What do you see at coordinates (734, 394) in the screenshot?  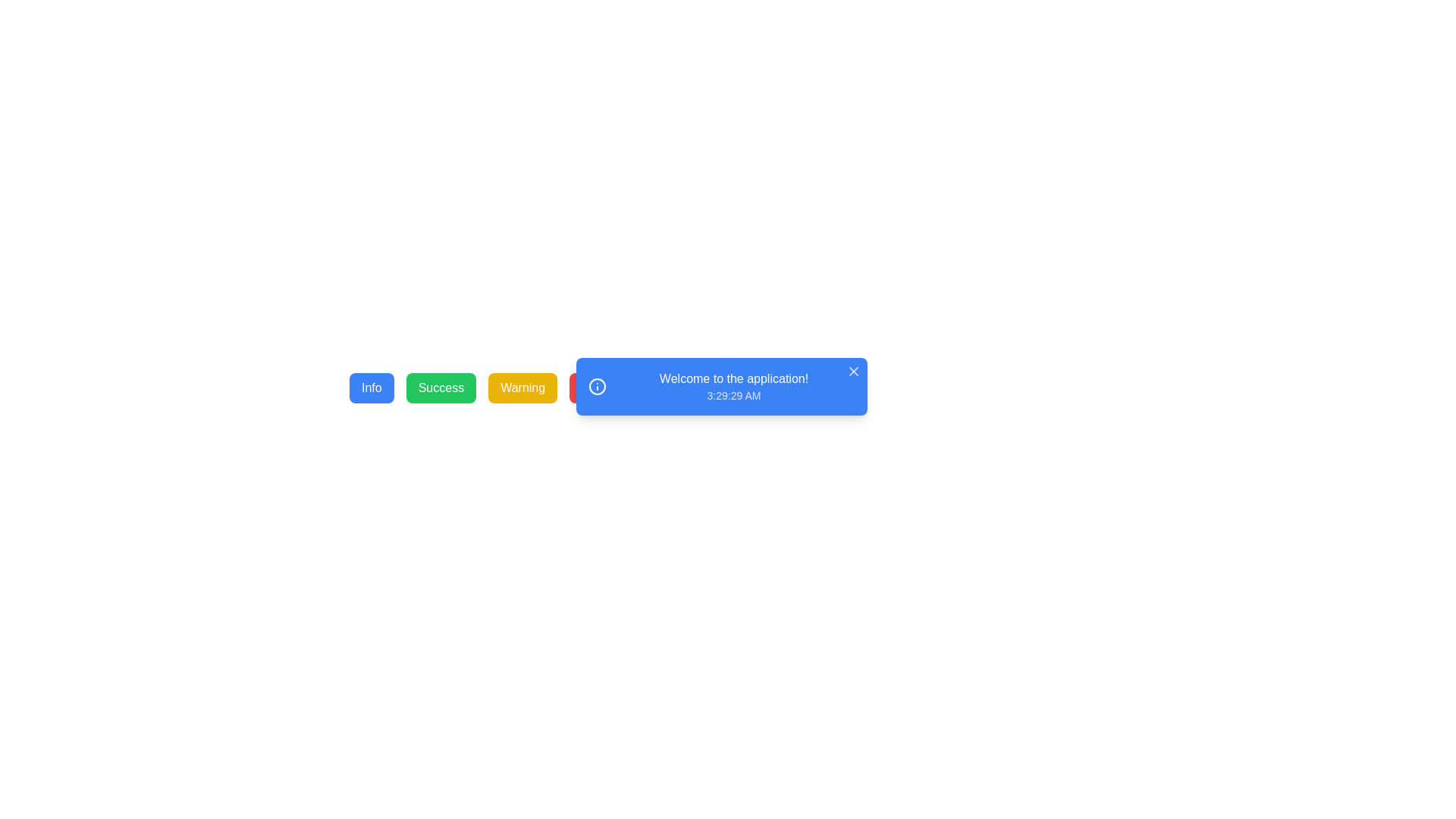 I see `displayed time from the Text label located within the notification component below the title 'Welcome to the application!'` at bounding box center [734, 394].